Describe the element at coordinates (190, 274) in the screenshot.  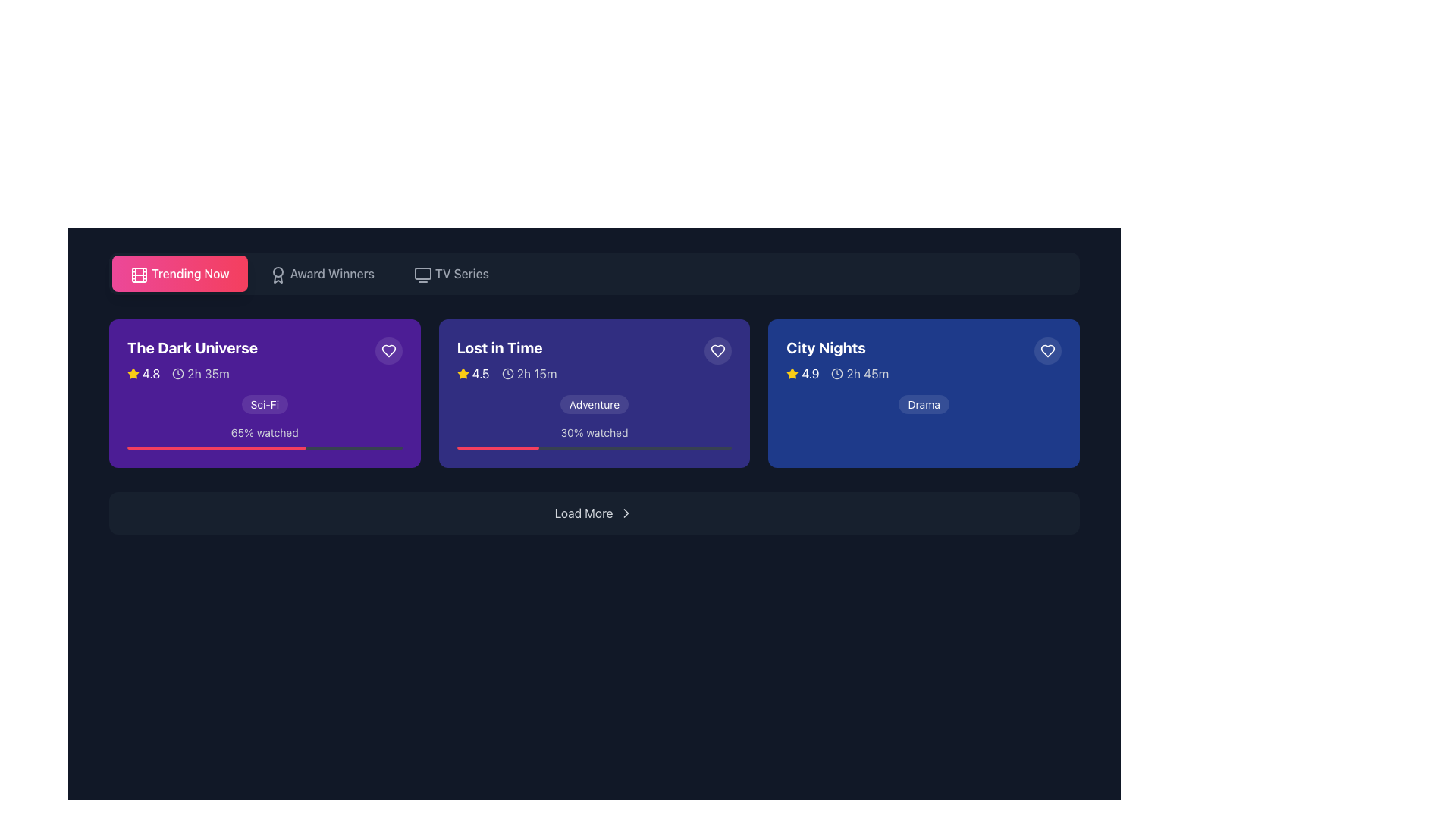
I see `the 'Trending Now' button` at that location.